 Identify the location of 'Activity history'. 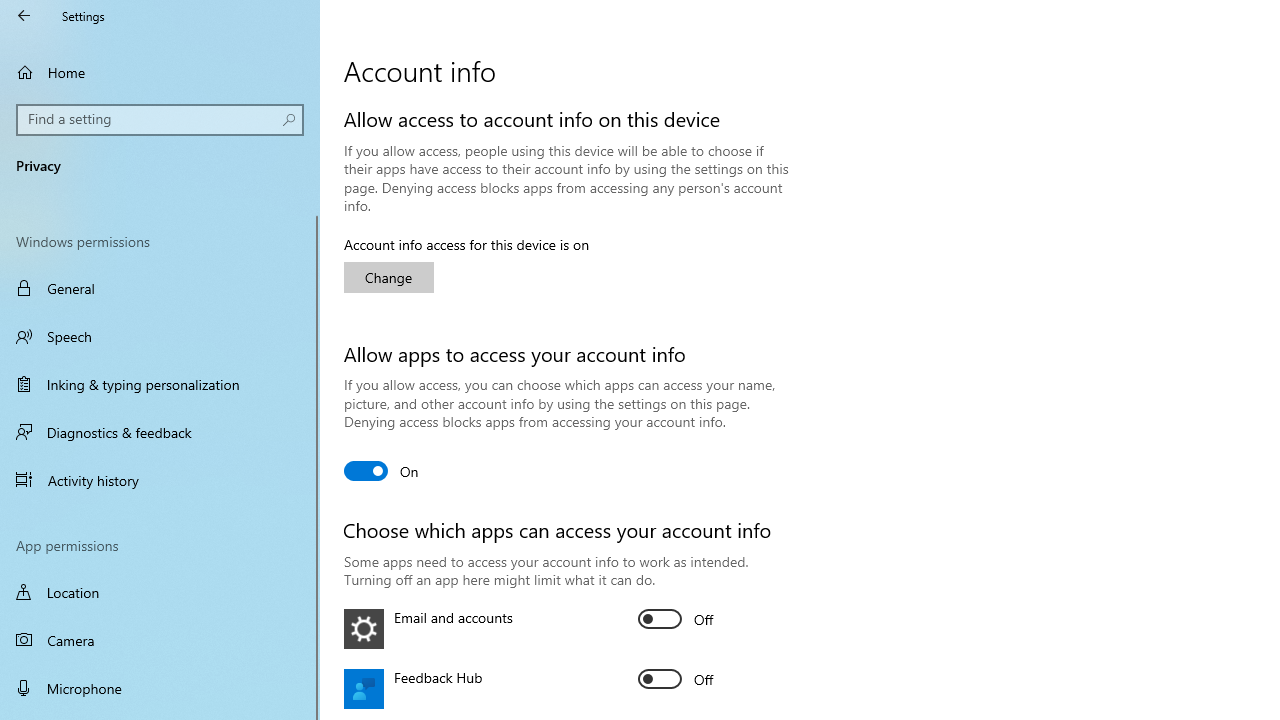
(160, 479).